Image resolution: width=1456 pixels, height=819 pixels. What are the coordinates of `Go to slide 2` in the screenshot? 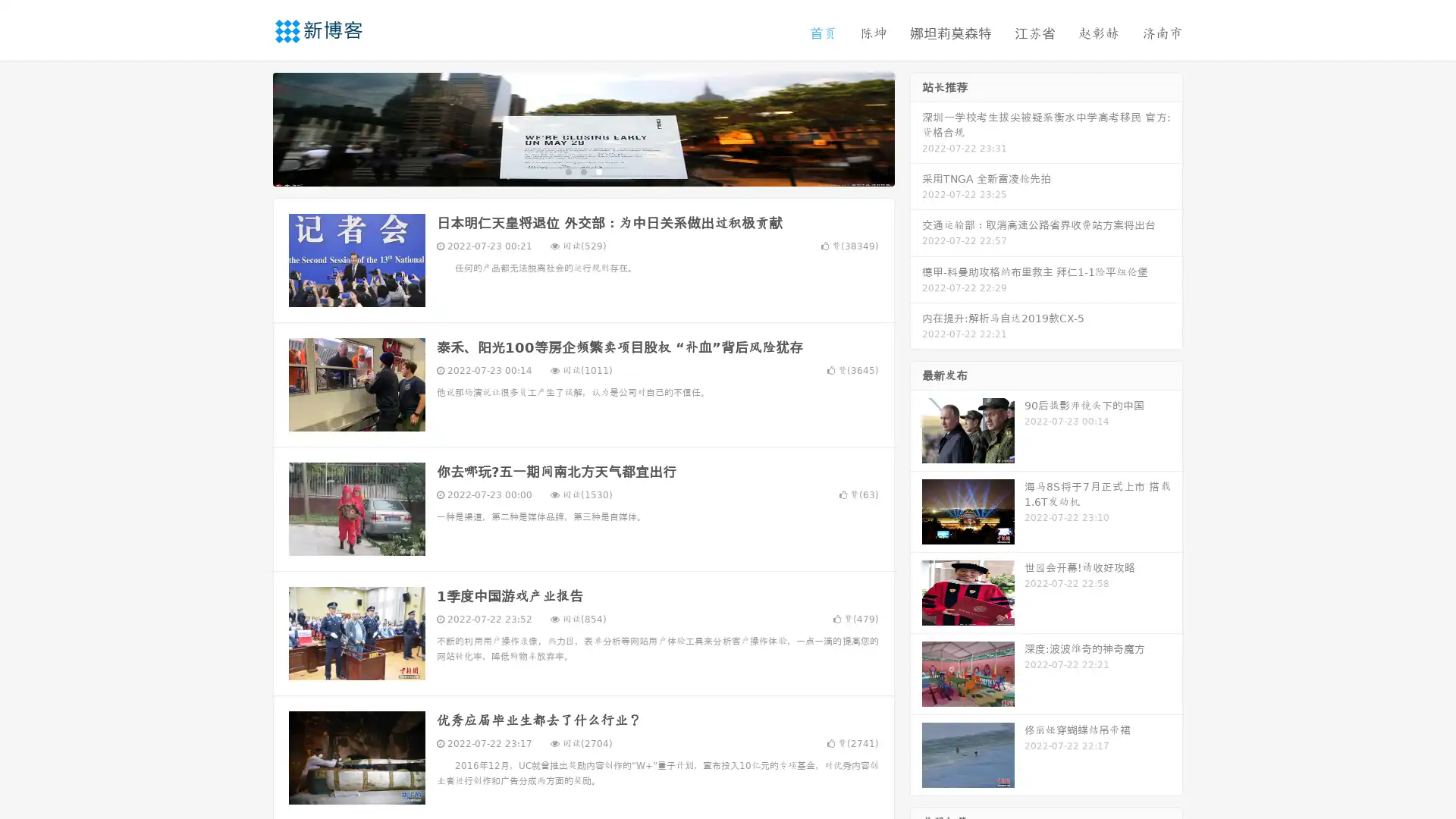 It's located at (582, 171).